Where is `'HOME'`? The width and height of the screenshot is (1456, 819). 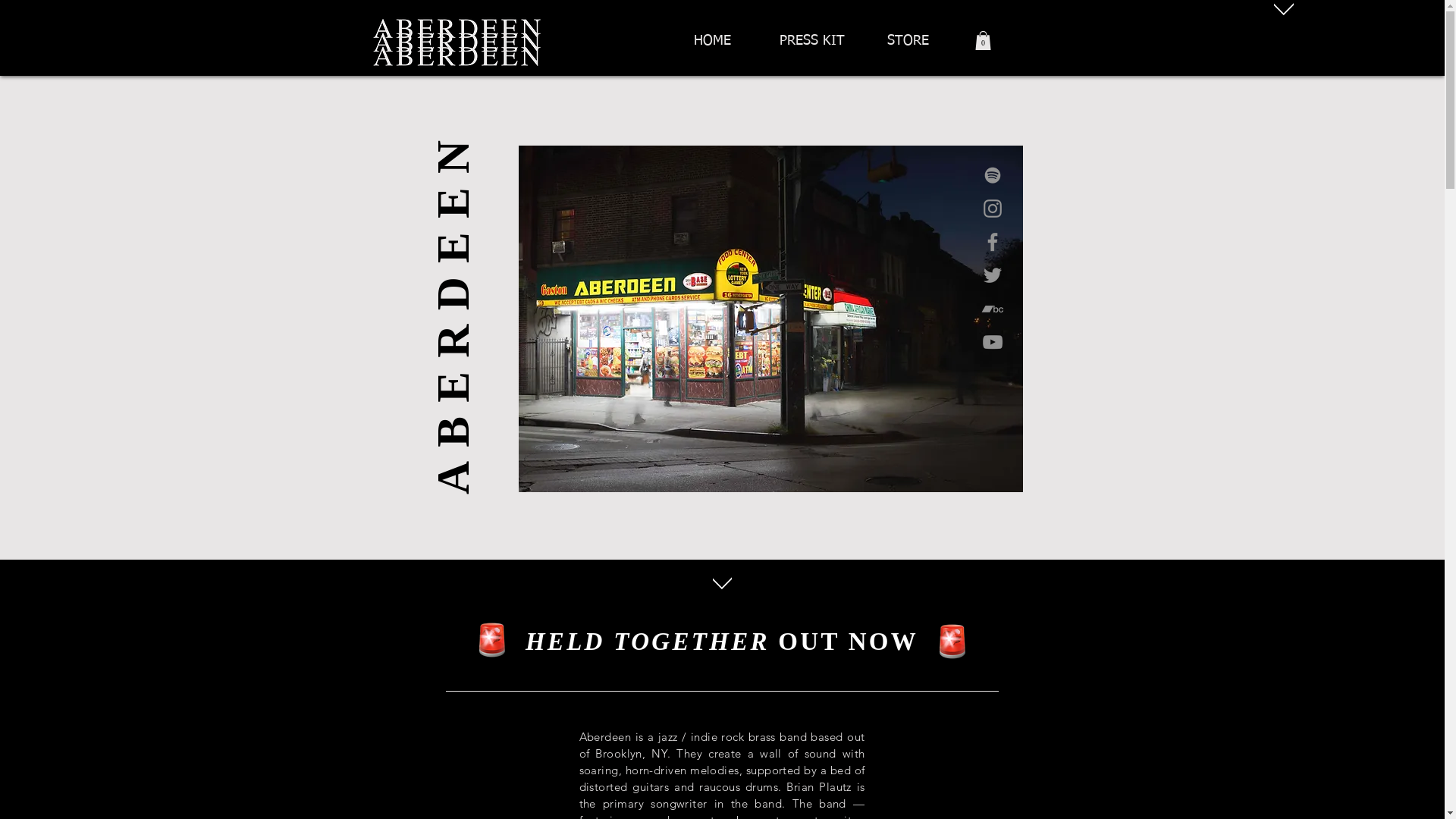 'HOME' is located at coordinates (819, 33).